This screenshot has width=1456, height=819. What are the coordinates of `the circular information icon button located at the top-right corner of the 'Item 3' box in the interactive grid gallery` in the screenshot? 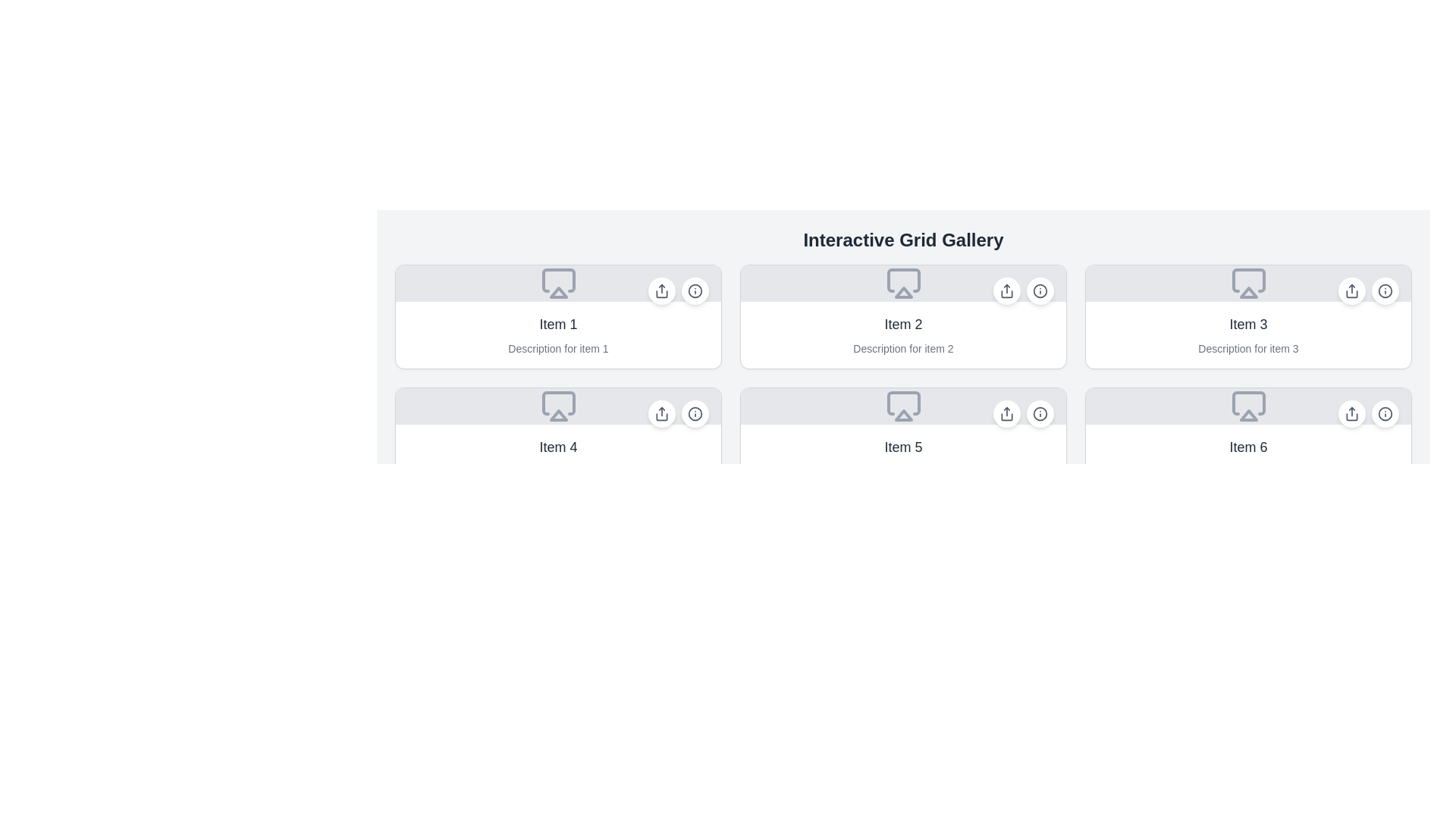 It's located at (1385, 291).